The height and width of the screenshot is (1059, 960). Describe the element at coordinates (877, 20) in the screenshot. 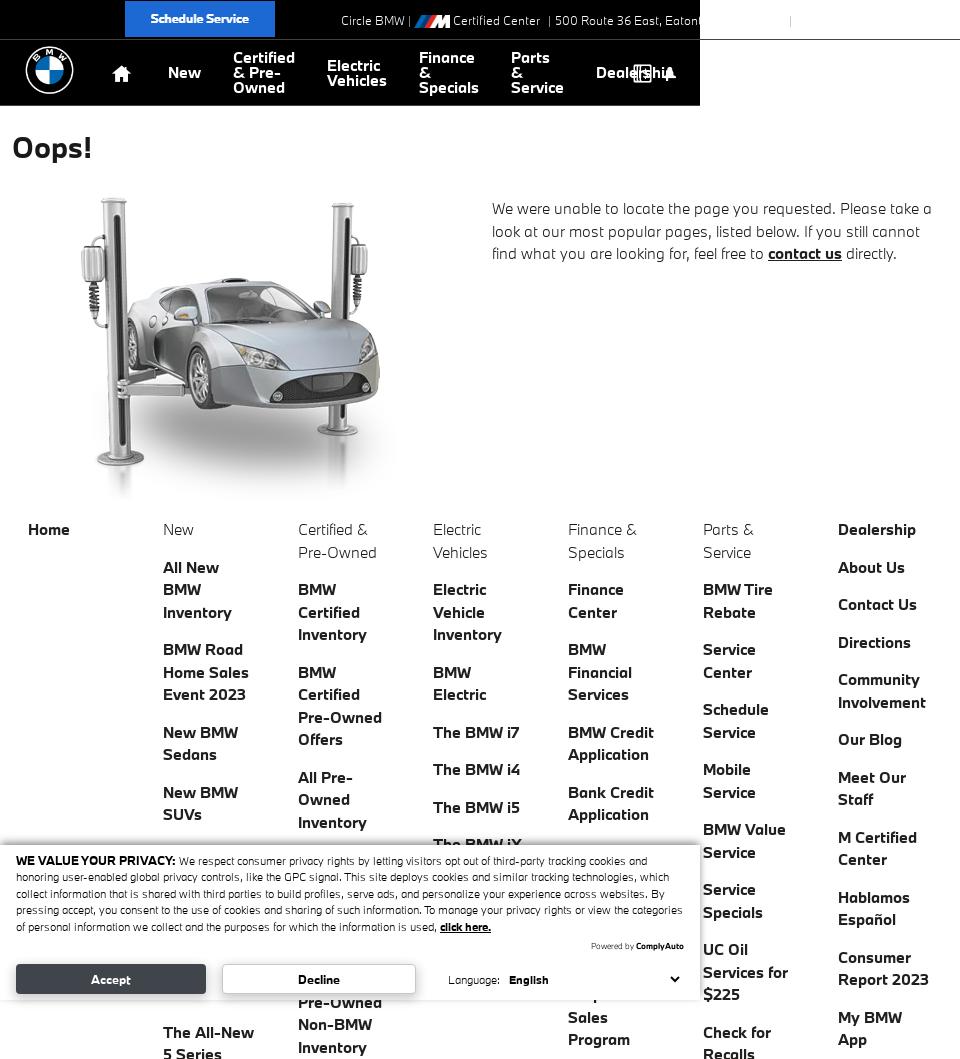

I see `'(732)820-4053'` at that location.